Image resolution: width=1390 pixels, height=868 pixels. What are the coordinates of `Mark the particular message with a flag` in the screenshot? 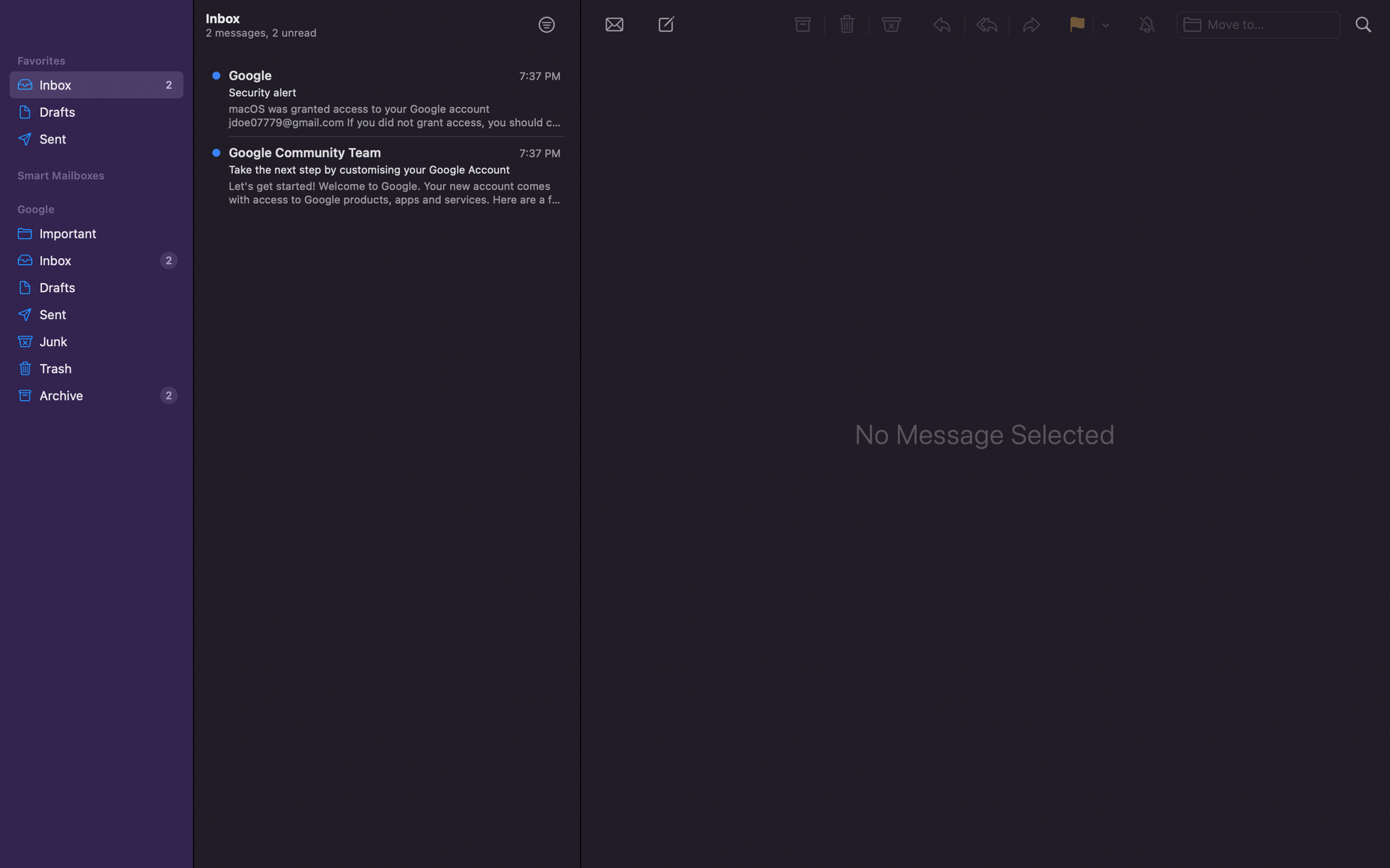 It's located at (1077, 24).